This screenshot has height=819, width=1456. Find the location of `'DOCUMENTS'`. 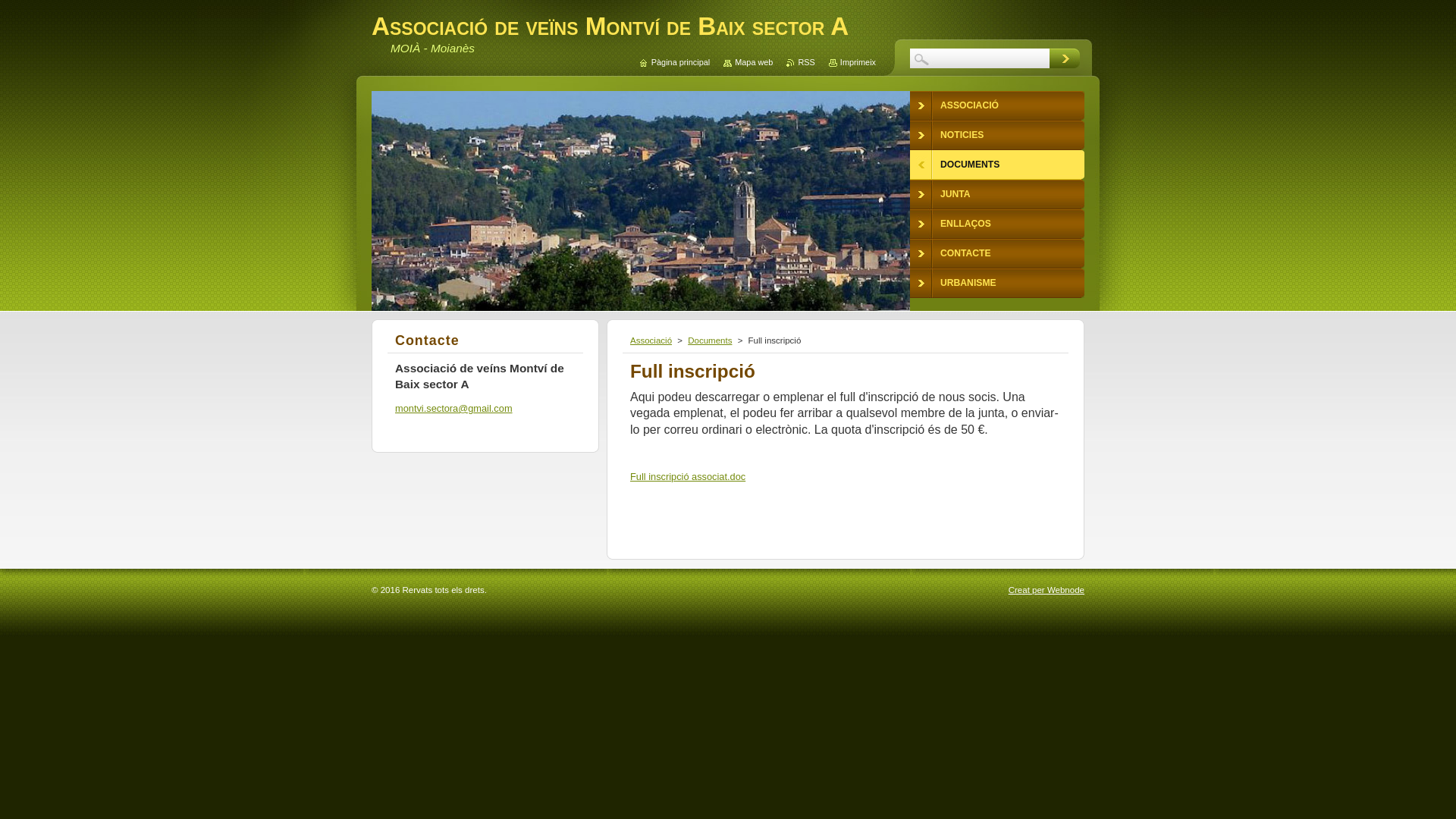

'DOCUMENTS' is located at coordinates (997, 165).